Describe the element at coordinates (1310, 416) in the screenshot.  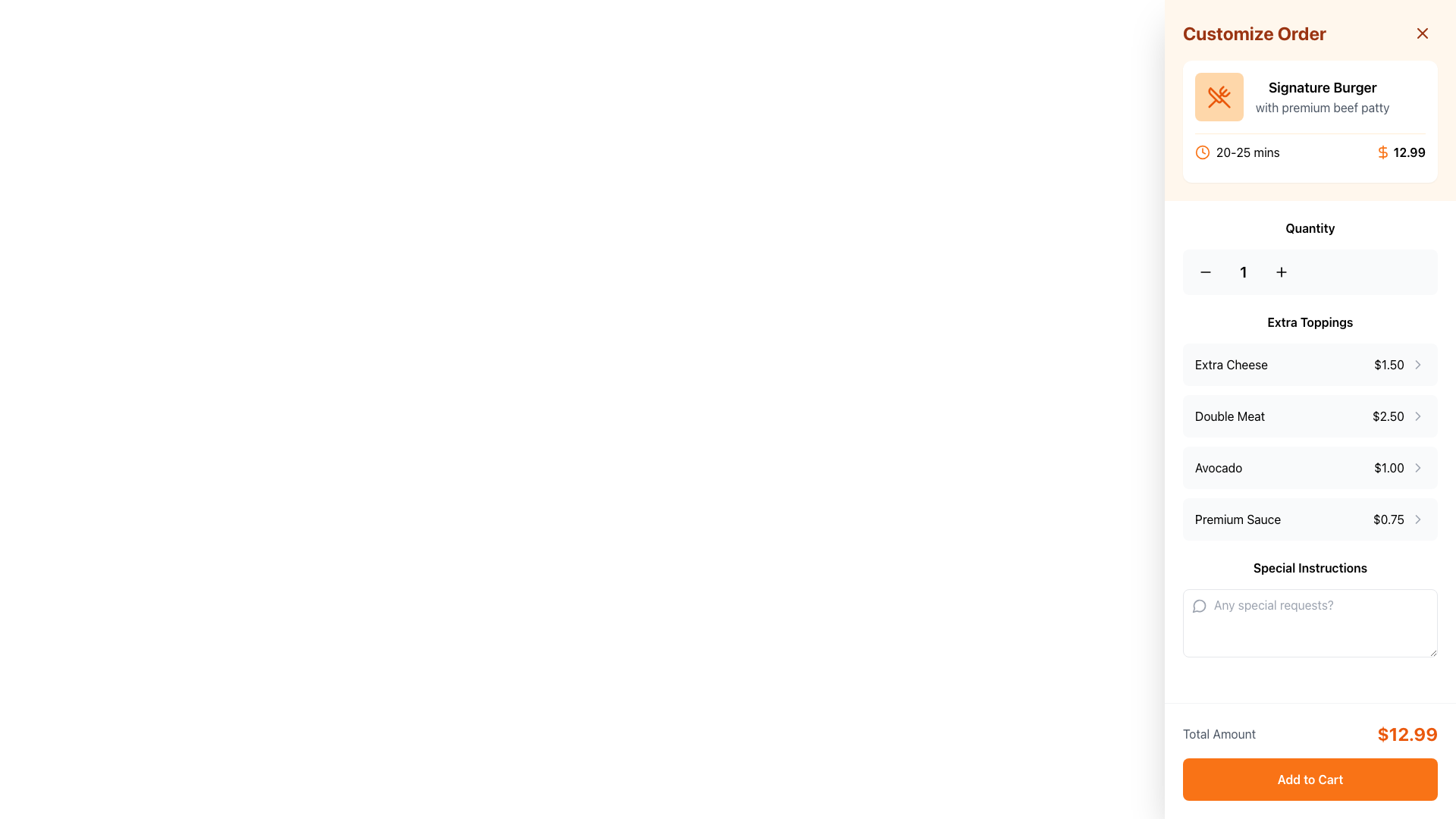
I see `the 'Double Meat' topping button for keyboard interaction` at that location.